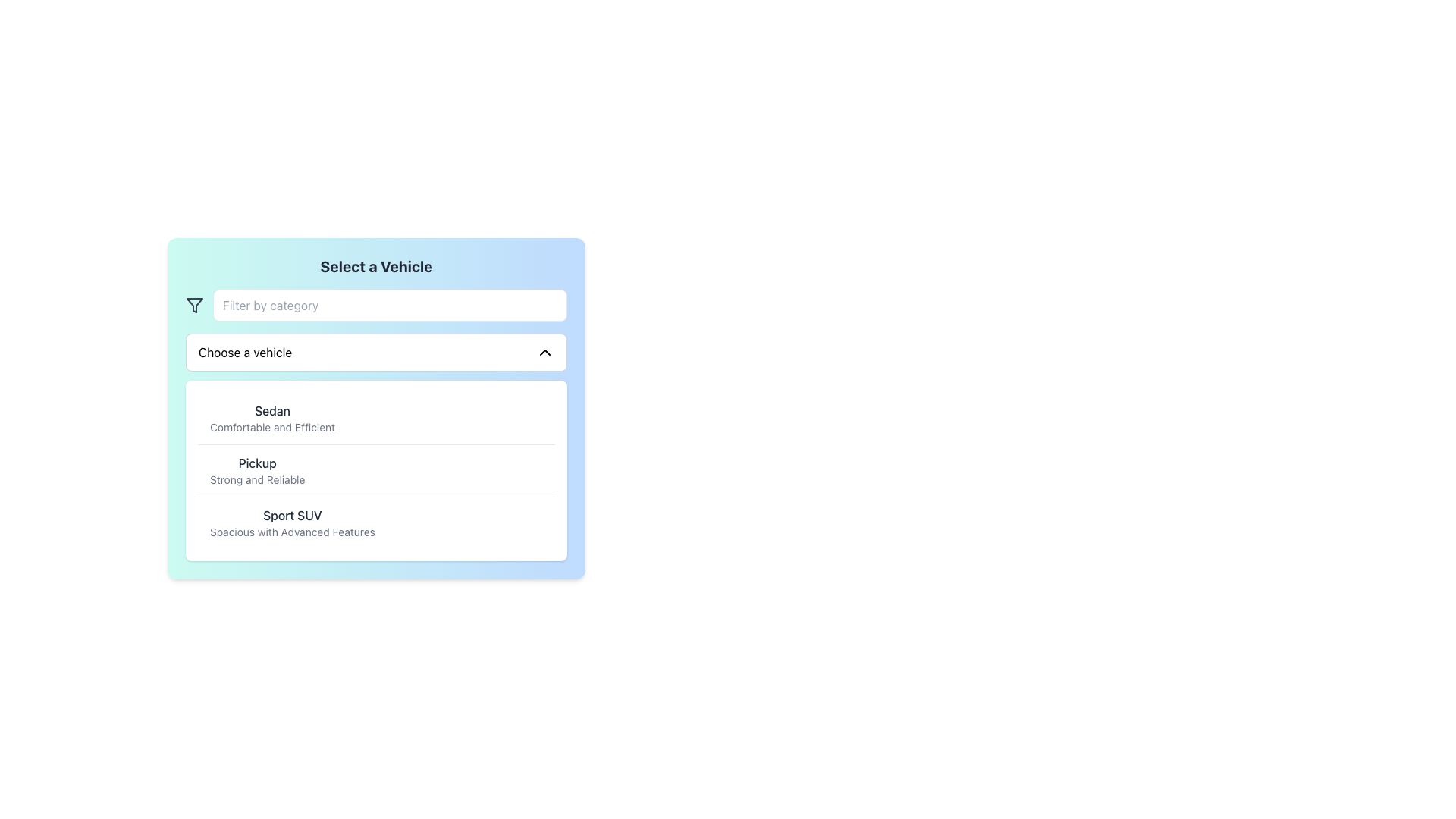 The height and width of the screenshot is (819, 1456). Describe the element at coordinates (376, 470) in the screenshot. I see `one of the selectable vehicle type options in the A list component located below the 'Choose a vehicle' dropdown and above the bottom edge of the interface` at that location.